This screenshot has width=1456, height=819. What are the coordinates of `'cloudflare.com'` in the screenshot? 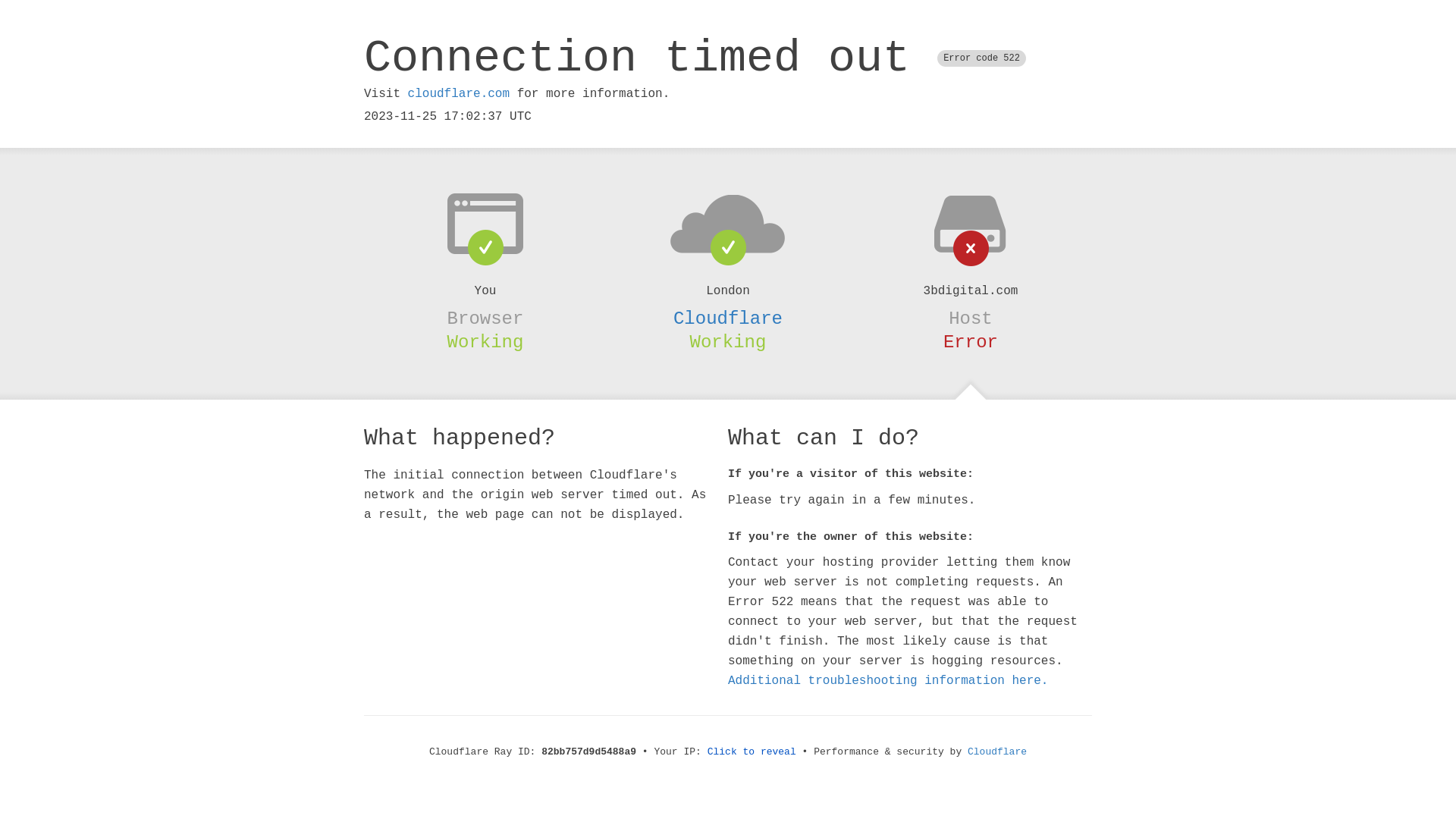 It's located at (457, 93).